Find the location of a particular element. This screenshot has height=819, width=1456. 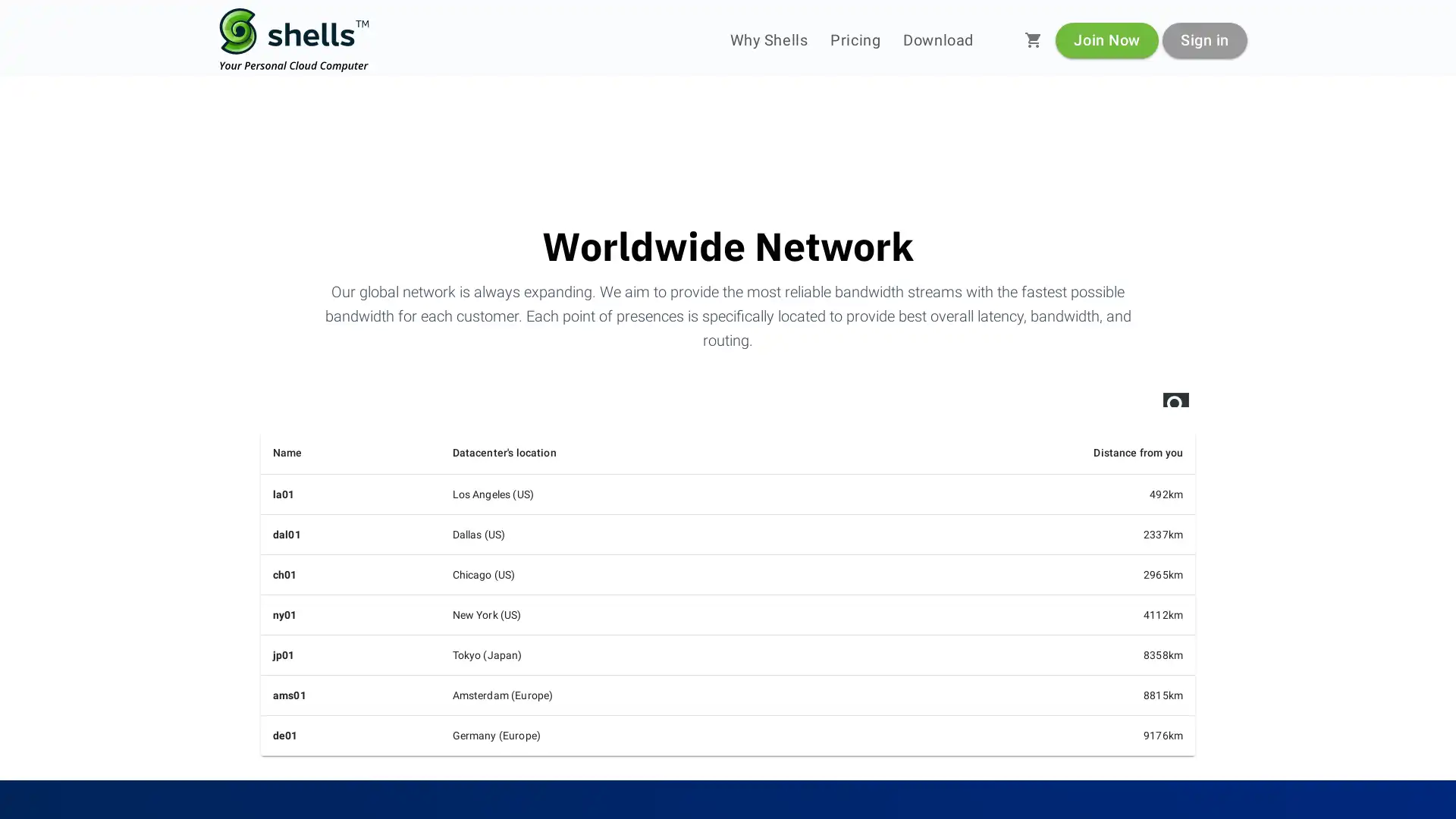

Join Now is located at coordinates (1106, 39).